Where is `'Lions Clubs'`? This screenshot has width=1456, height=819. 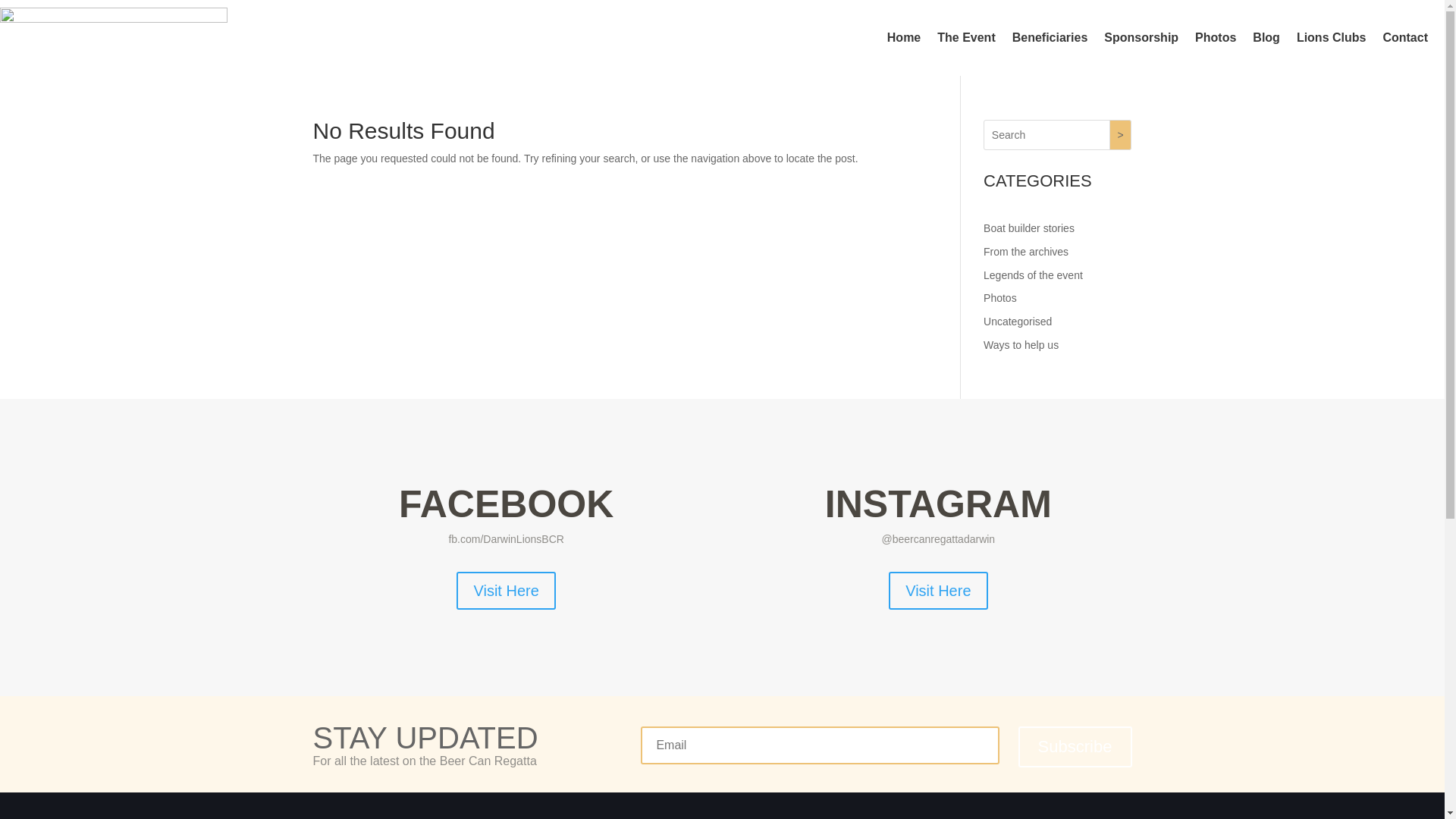
'Lions Clubs' is located at coordinates (1331, 37).